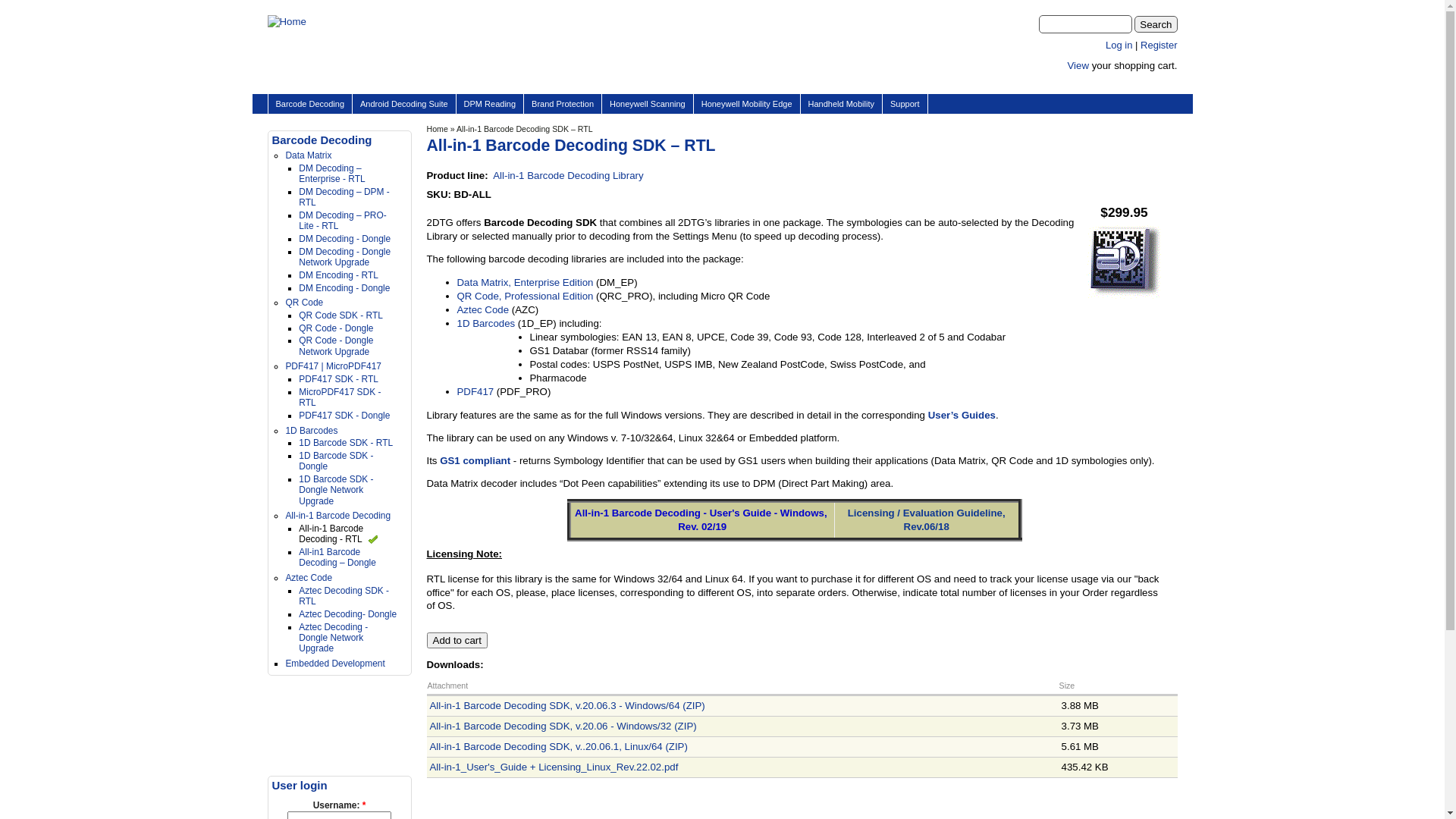  I want to click on 'Enter the terms you wish to search for.', so click(1084, 24).